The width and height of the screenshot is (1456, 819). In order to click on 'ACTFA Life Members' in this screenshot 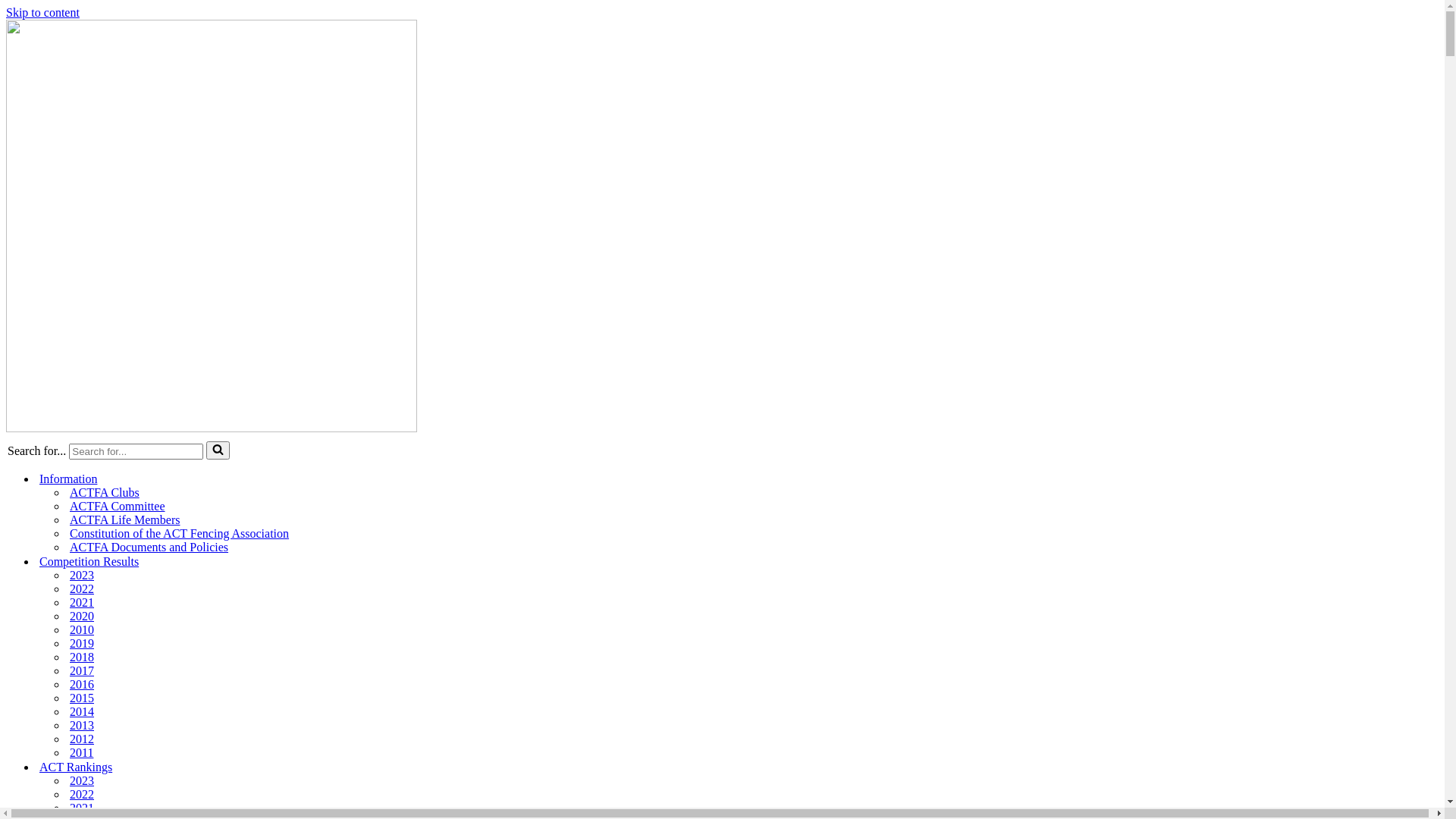, I will do `click(68, 519)`.